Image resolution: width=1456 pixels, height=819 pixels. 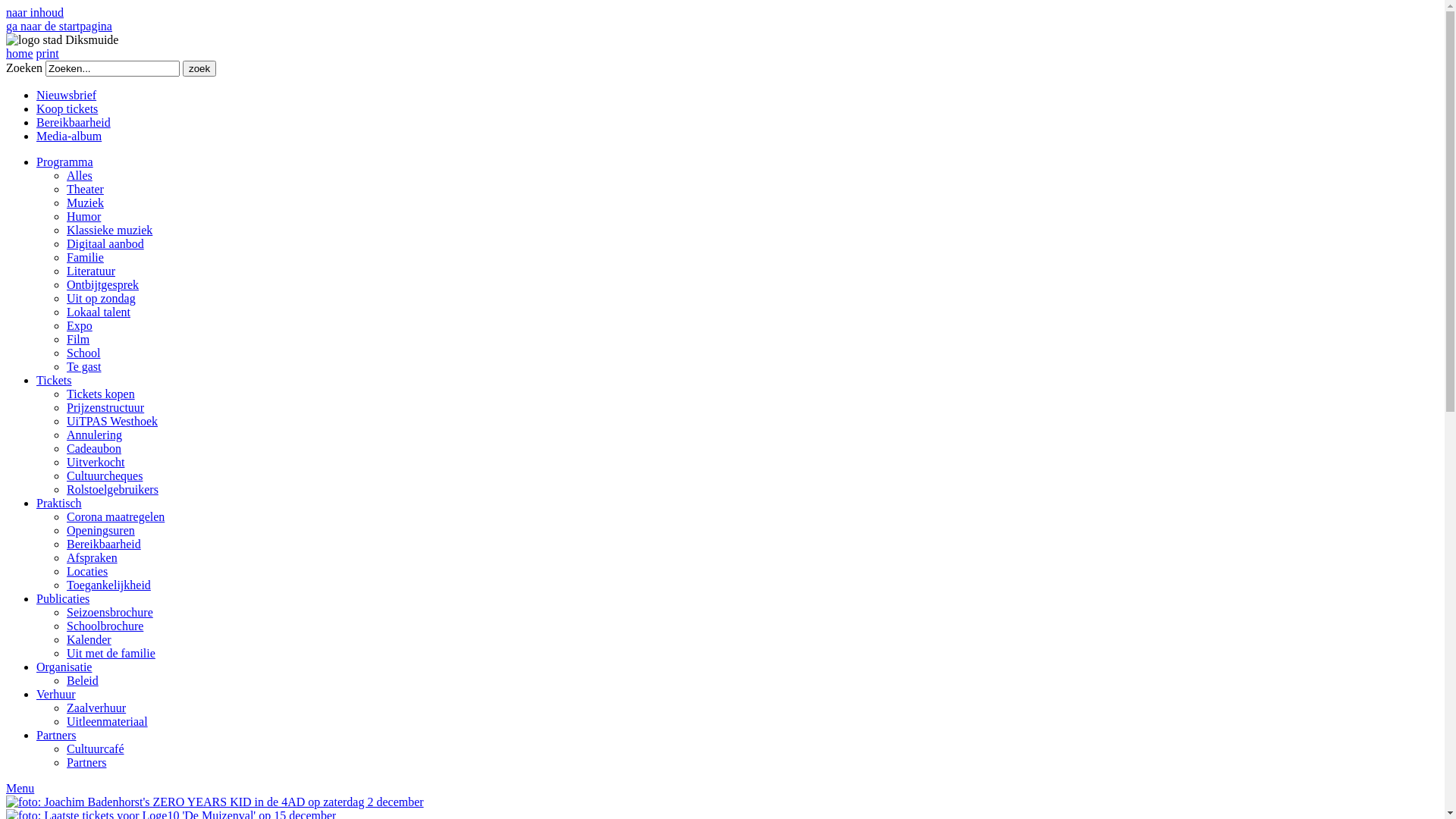 I want to click on 'Literatuur', so click(x=90, y=270).